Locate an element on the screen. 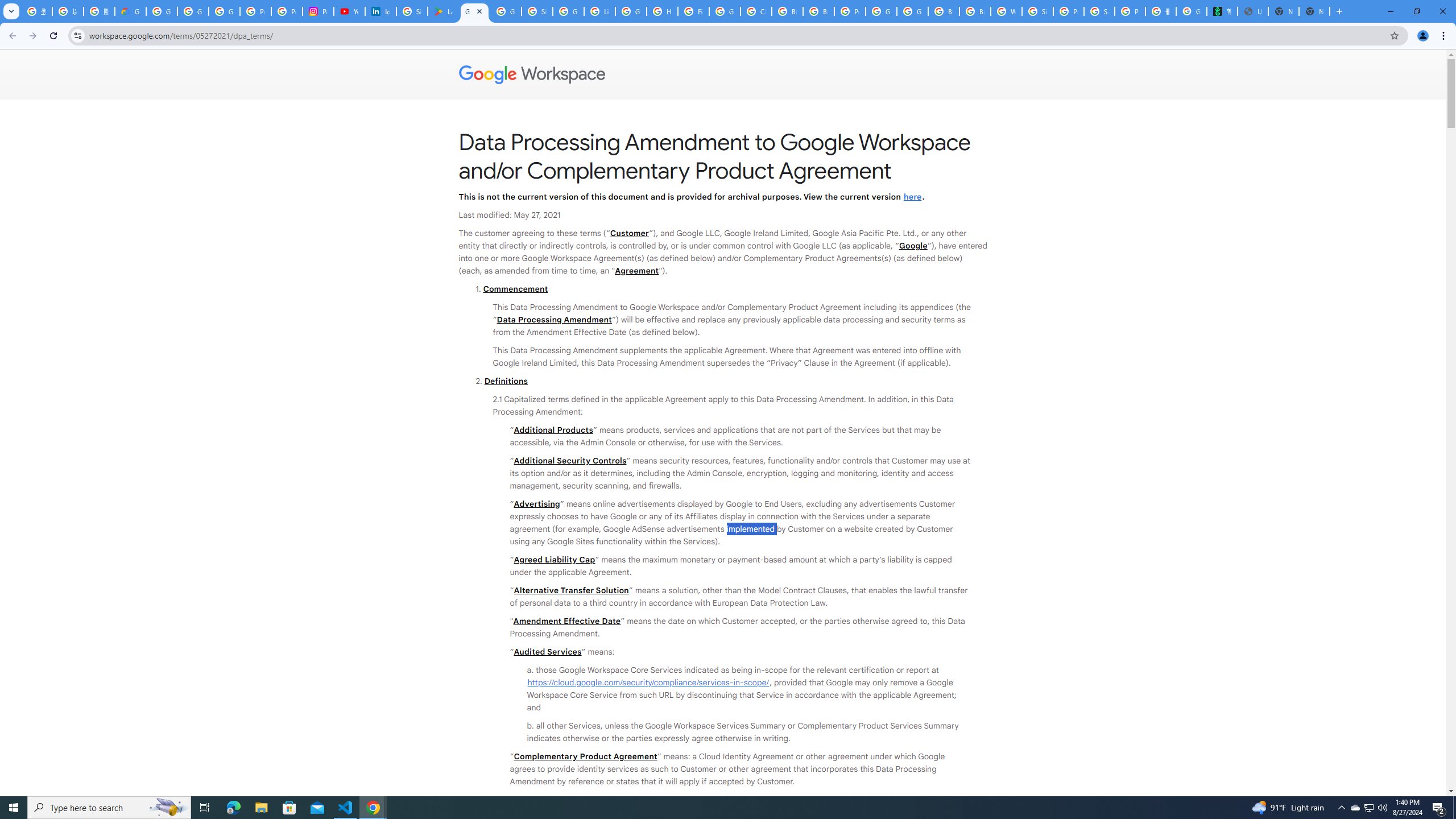 The height and width of the screenshot is (819, 1456). 'Google Cloud Platform' is located at coordinates (881, 11).